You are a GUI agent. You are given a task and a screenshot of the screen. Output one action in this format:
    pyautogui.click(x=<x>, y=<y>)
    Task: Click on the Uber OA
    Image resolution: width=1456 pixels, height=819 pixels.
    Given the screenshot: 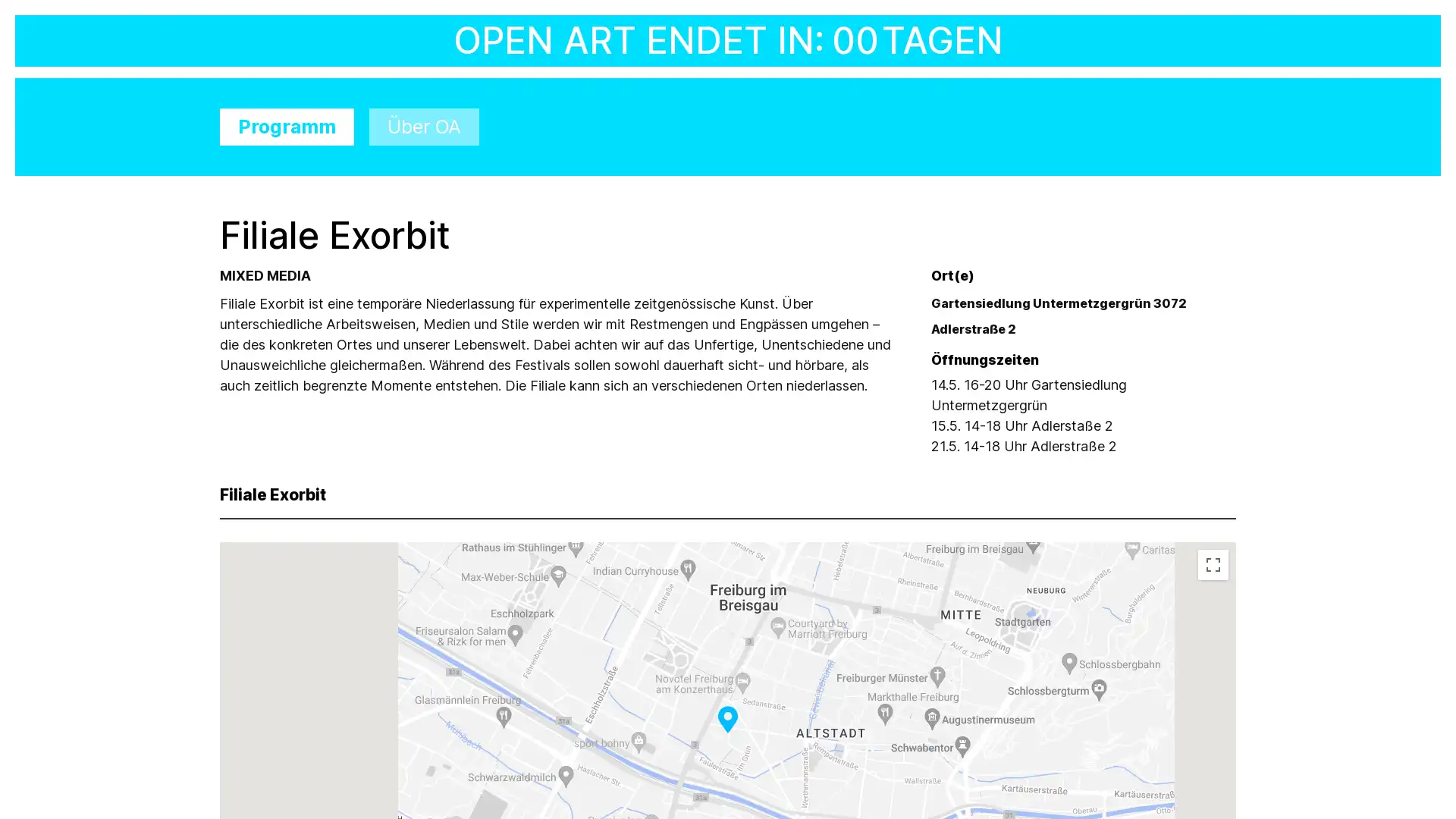 What is the action you would take?
    pyautogui.click(x=424, y=126)
    